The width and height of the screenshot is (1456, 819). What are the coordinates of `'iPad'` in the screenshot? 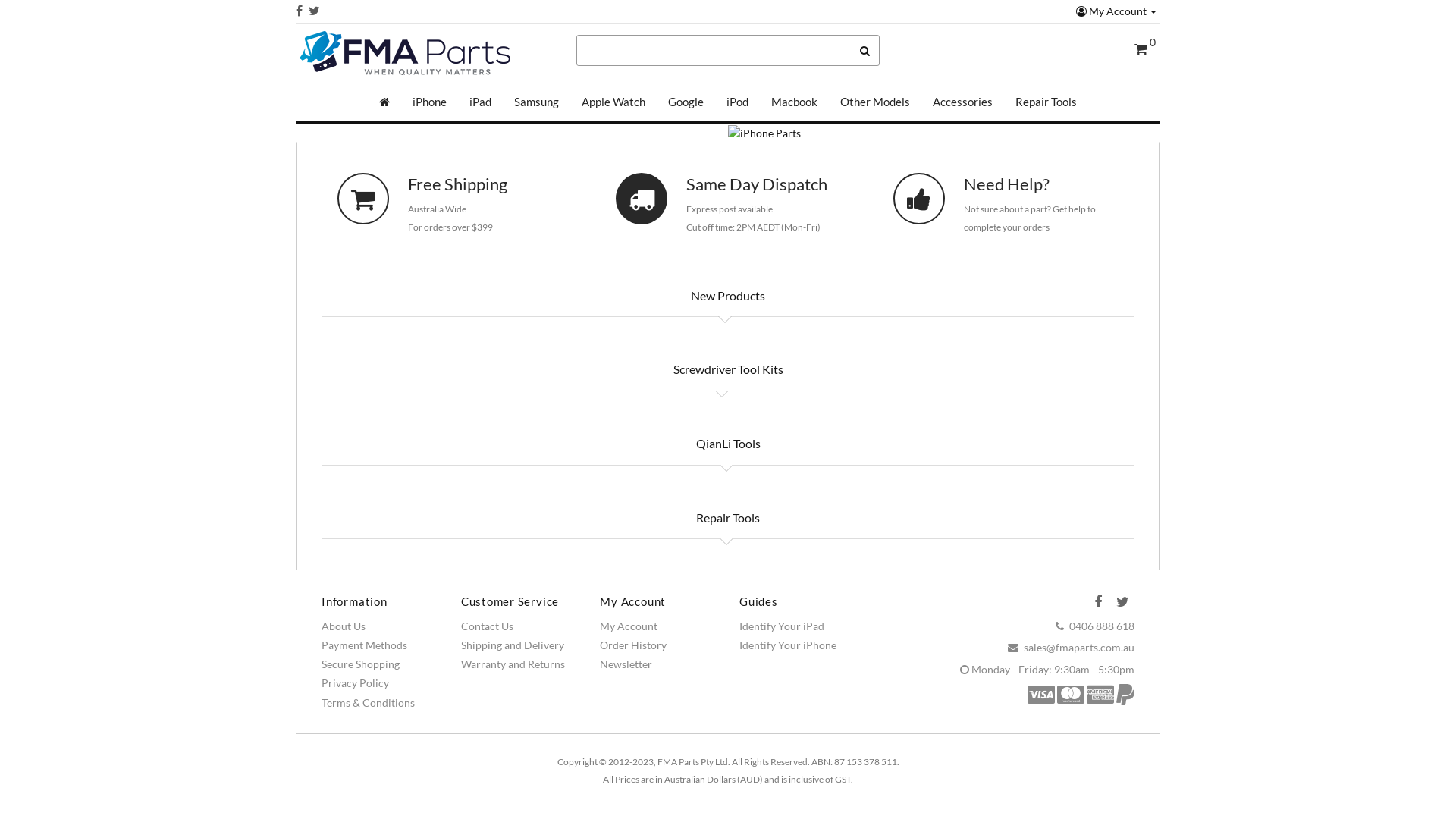 It's located at (479, 102).